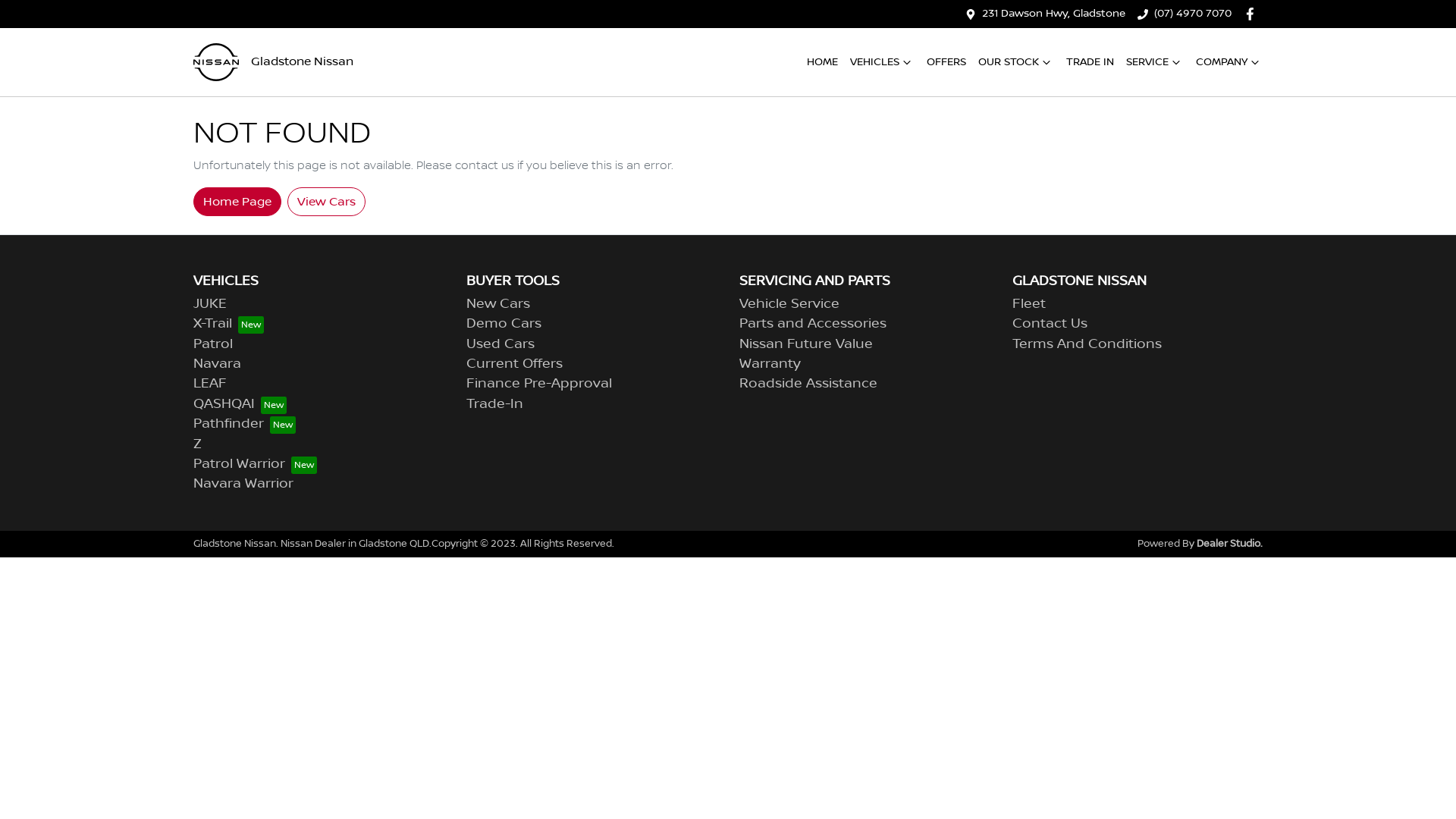 The width and height of the screenshot is (1456, 819). Describe the element at coordinates (196, 444) in the screenshot. I see `'Z'` at that location.